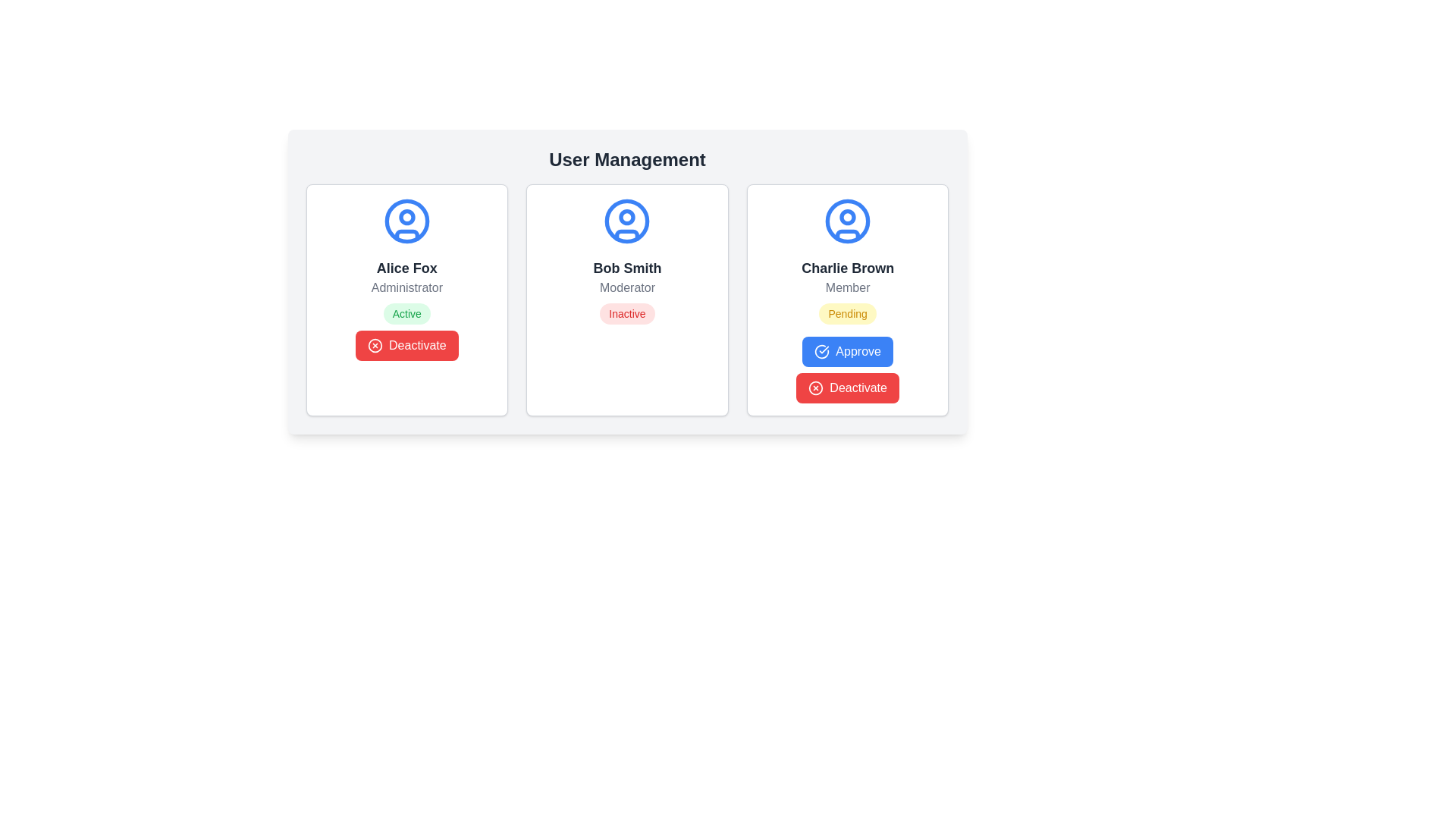 This screenshot has width=1456, height=819. Describe the element at coordinates (821, 351) in the screenshot. I see `the circular icon with a checkmark, which has a blue border and a white background, located inside the 'Approve' button to the left of the text 'Approve' for Charlie Brown` at that location.